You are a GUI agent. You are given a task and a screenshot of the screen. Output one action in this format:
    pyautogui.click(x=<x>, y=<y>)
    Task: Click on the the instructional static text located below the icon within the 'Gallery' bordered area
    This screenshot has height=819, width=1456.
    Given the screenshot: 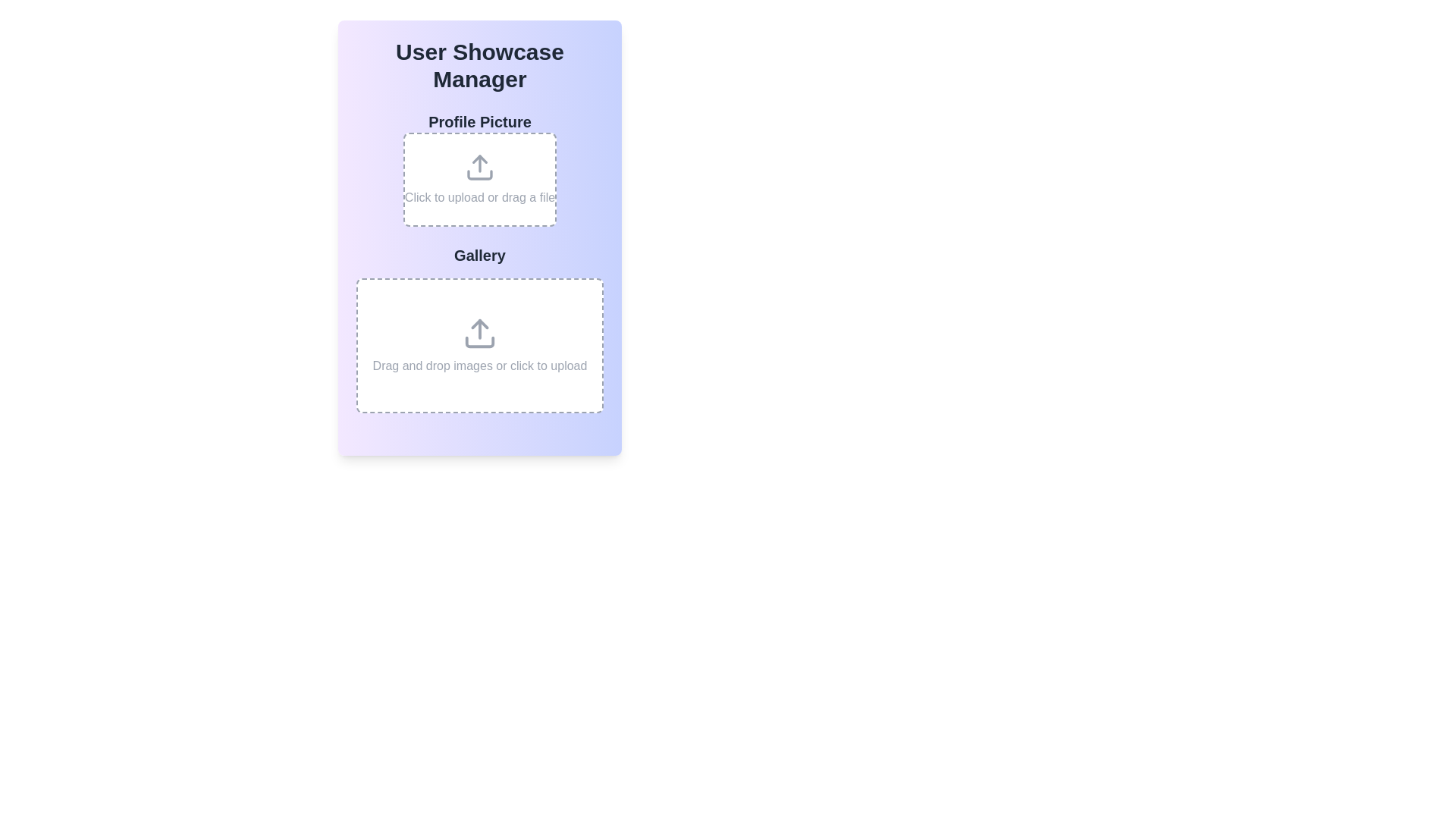 What is the action you would take?
    pyautogui.click(x=479, y=366)
    